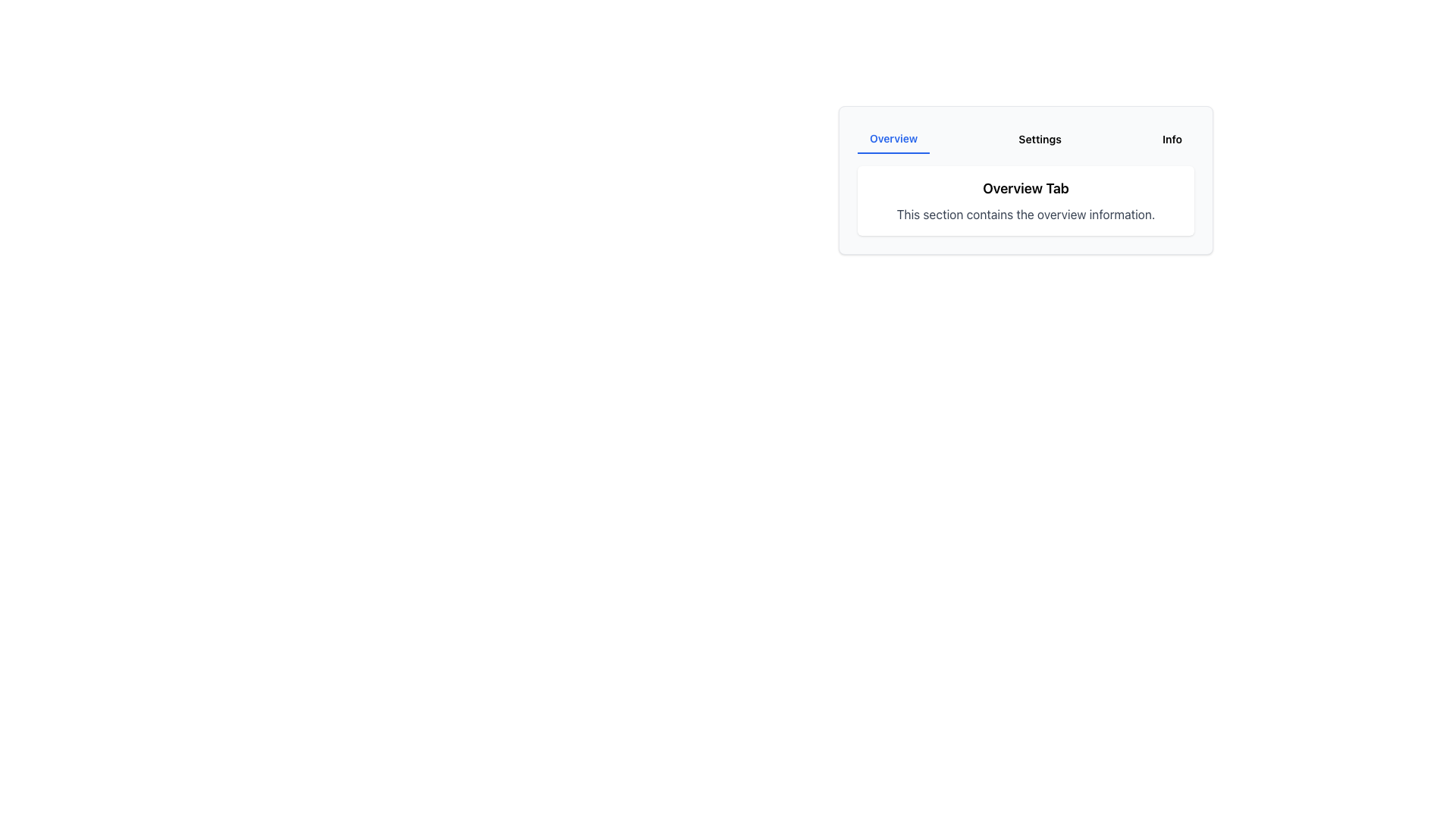 The height and width of the screenshot is (819, 1456). Describe the element at coordinates (1026, 140) in the screenshot. I see `the 'Settings' tab on the navigation bar located at the top edge of the card above the 'Overview Tab' title` at that location.